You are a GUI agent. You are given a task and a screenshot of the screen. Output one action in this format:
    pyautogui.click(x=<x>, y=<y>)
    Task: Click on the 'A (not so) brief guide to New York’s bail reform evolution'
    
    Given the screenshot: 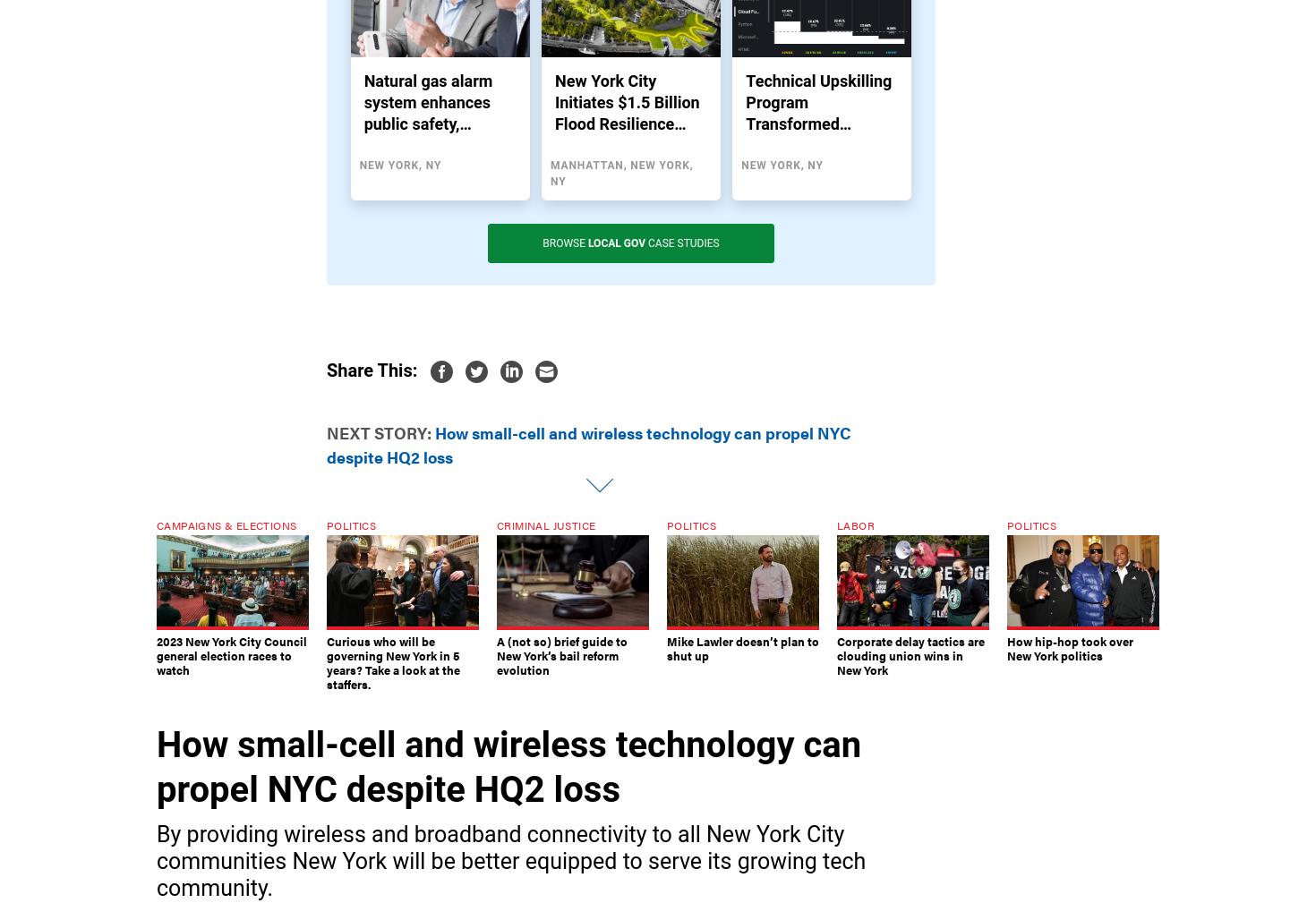 What is the action you would take?
    pyautogui.click(x=561, y=655)
    